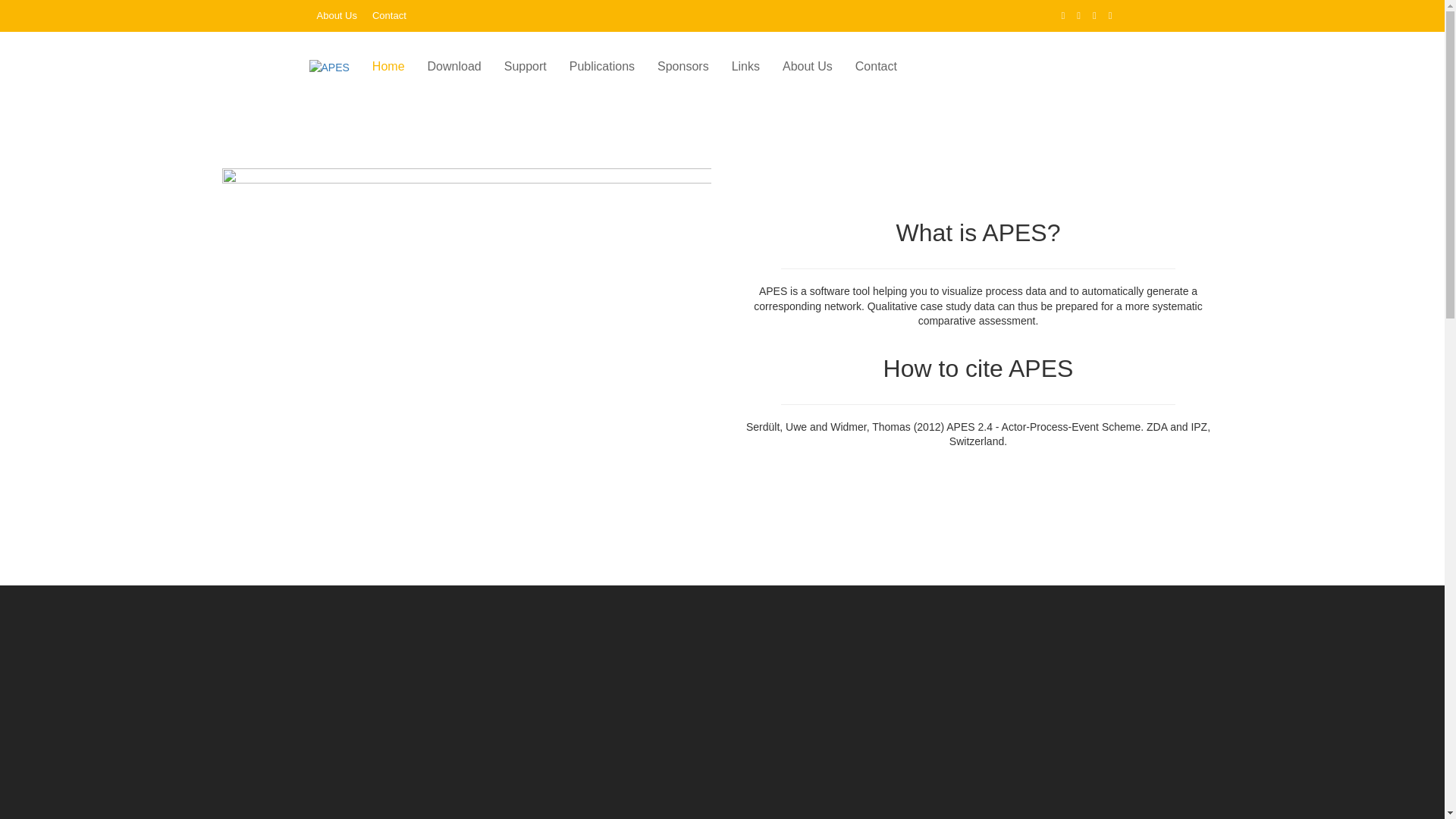 The width and height of the screenshot is (1456, 819). I want to click on 'About Us', so click(336, 15).